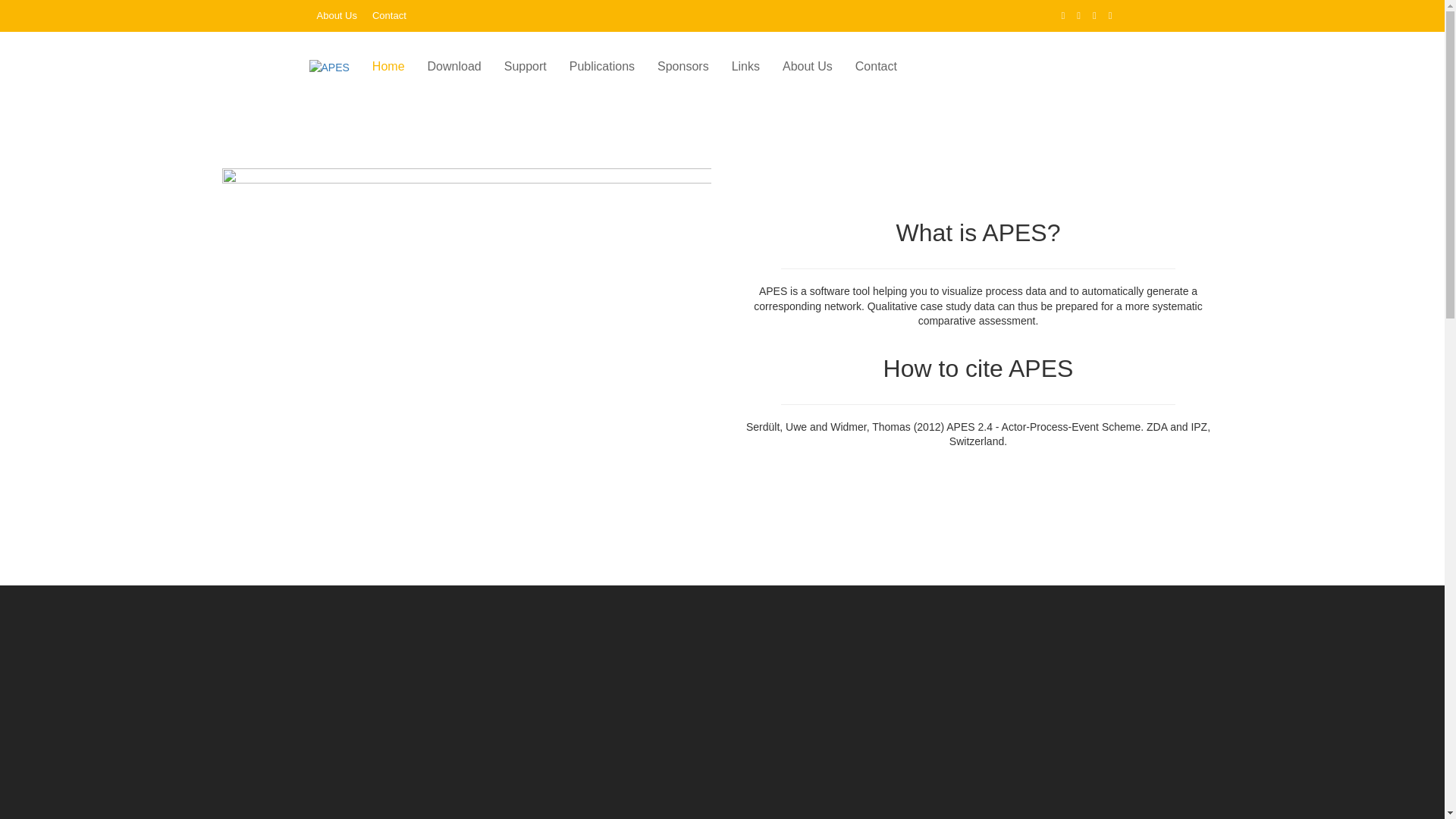 The width and height of the screenshot is (1456, 819). I want to click on 'About Us', so click(336, 15).